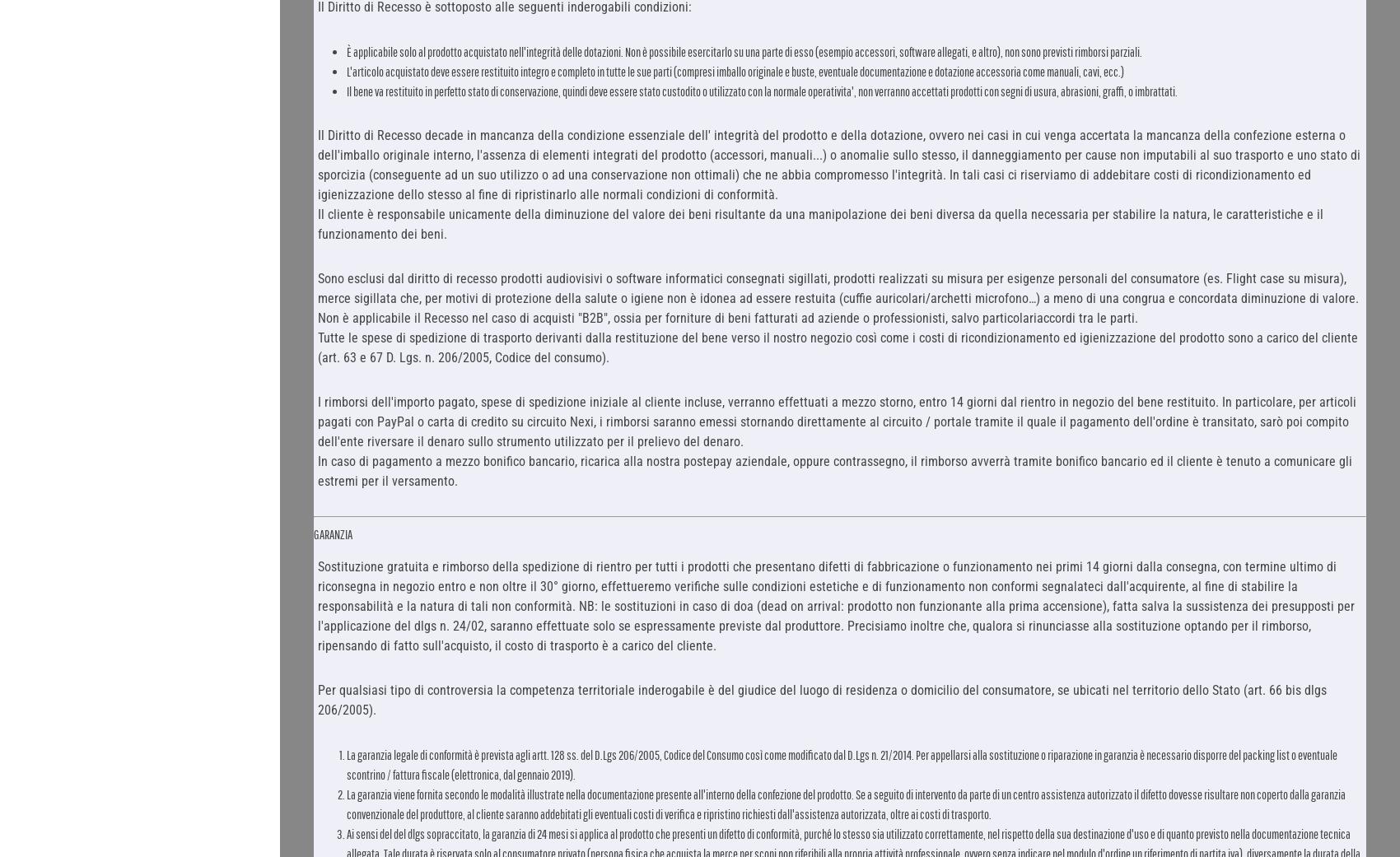 Image resolution: width=1400 pixels, height=857 pixels. Describe the element at coordinates (331, 533) in the screenshot. I see `'GARANZIA'` at that location.